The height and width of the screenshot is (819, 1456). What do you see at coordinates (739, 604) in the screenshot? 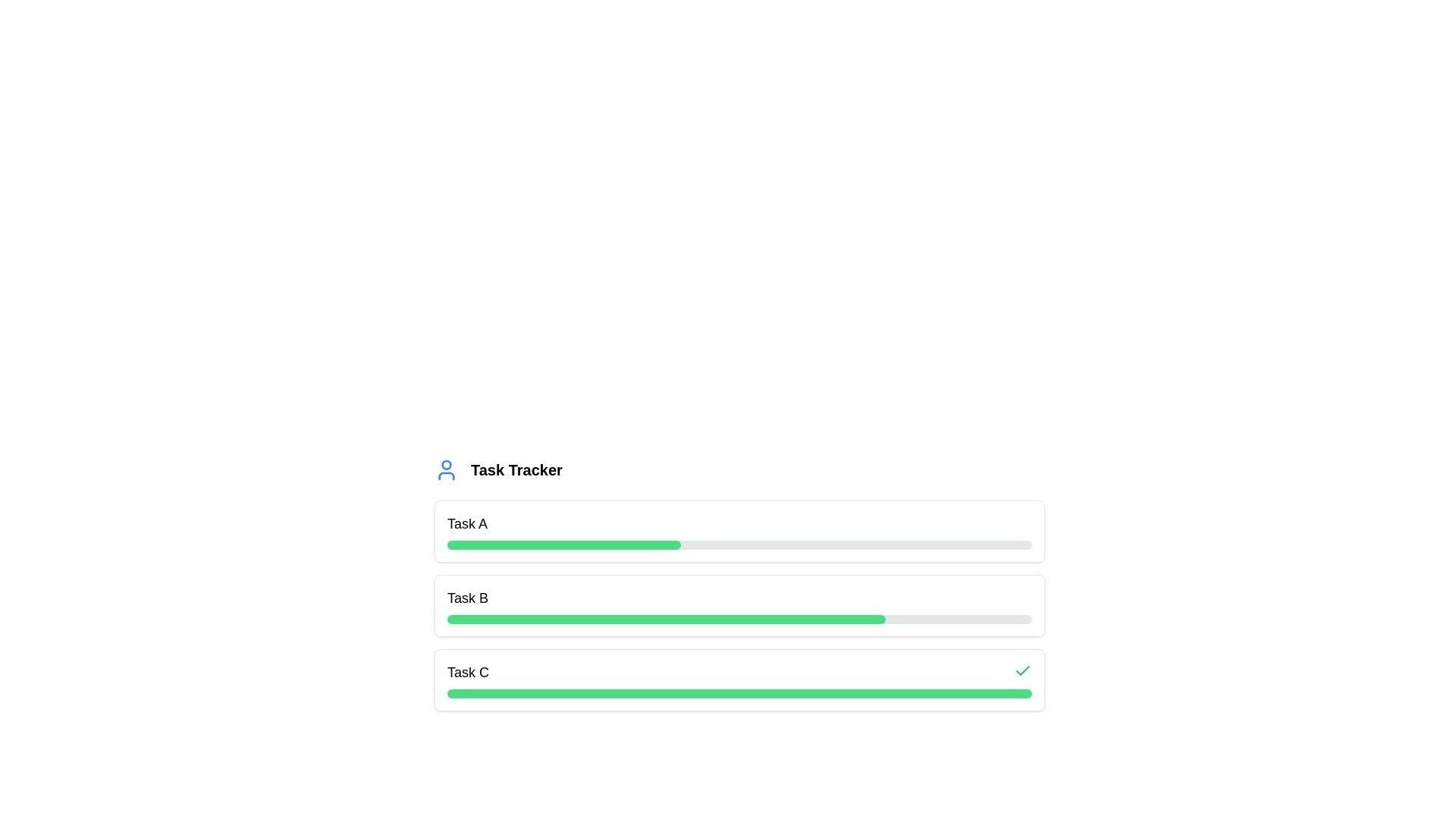
I see `the progress bar of 'Task B'` at bounding box center [739, 604].